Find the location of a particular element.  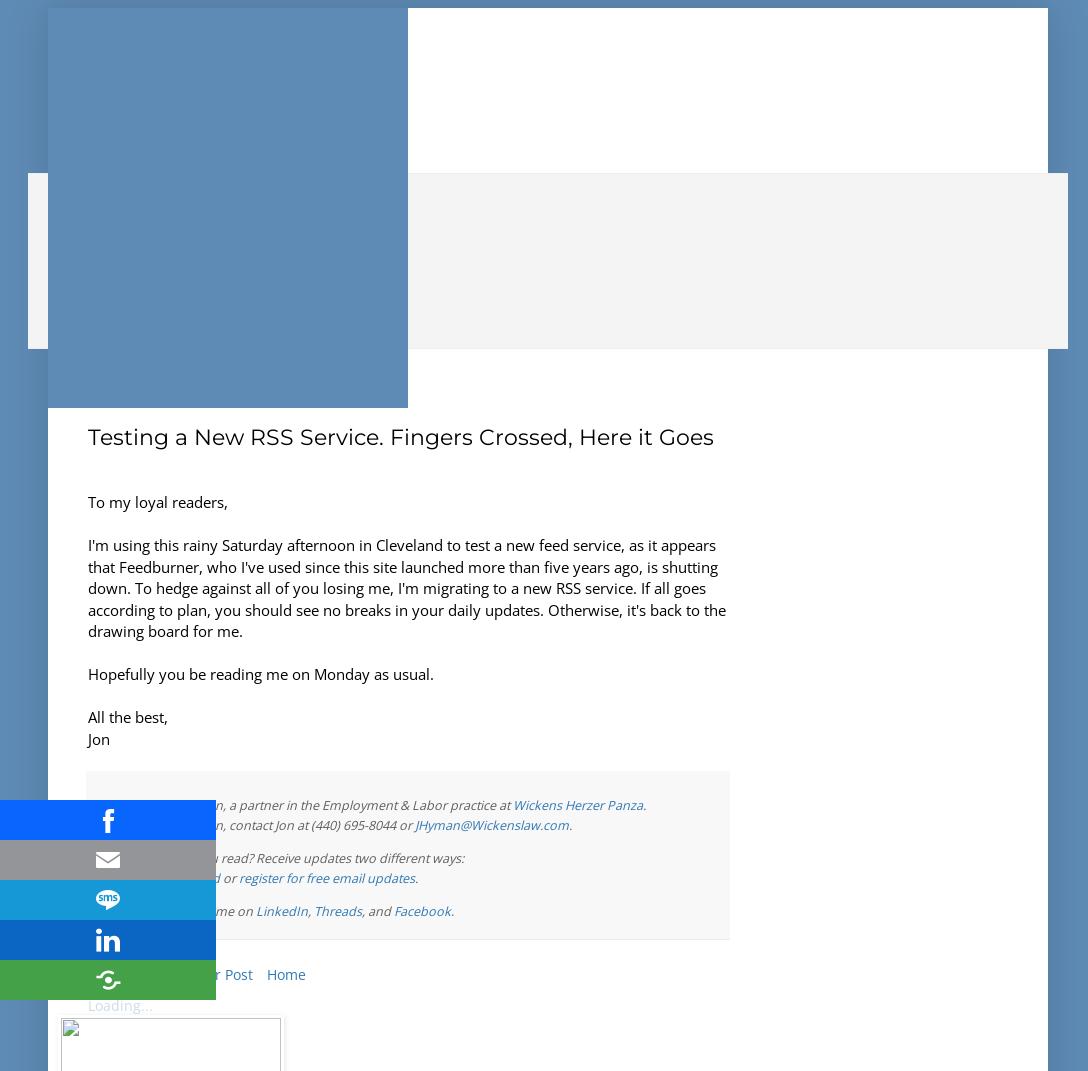

'To my loyal readers,' is located at coordinates (156, 500).